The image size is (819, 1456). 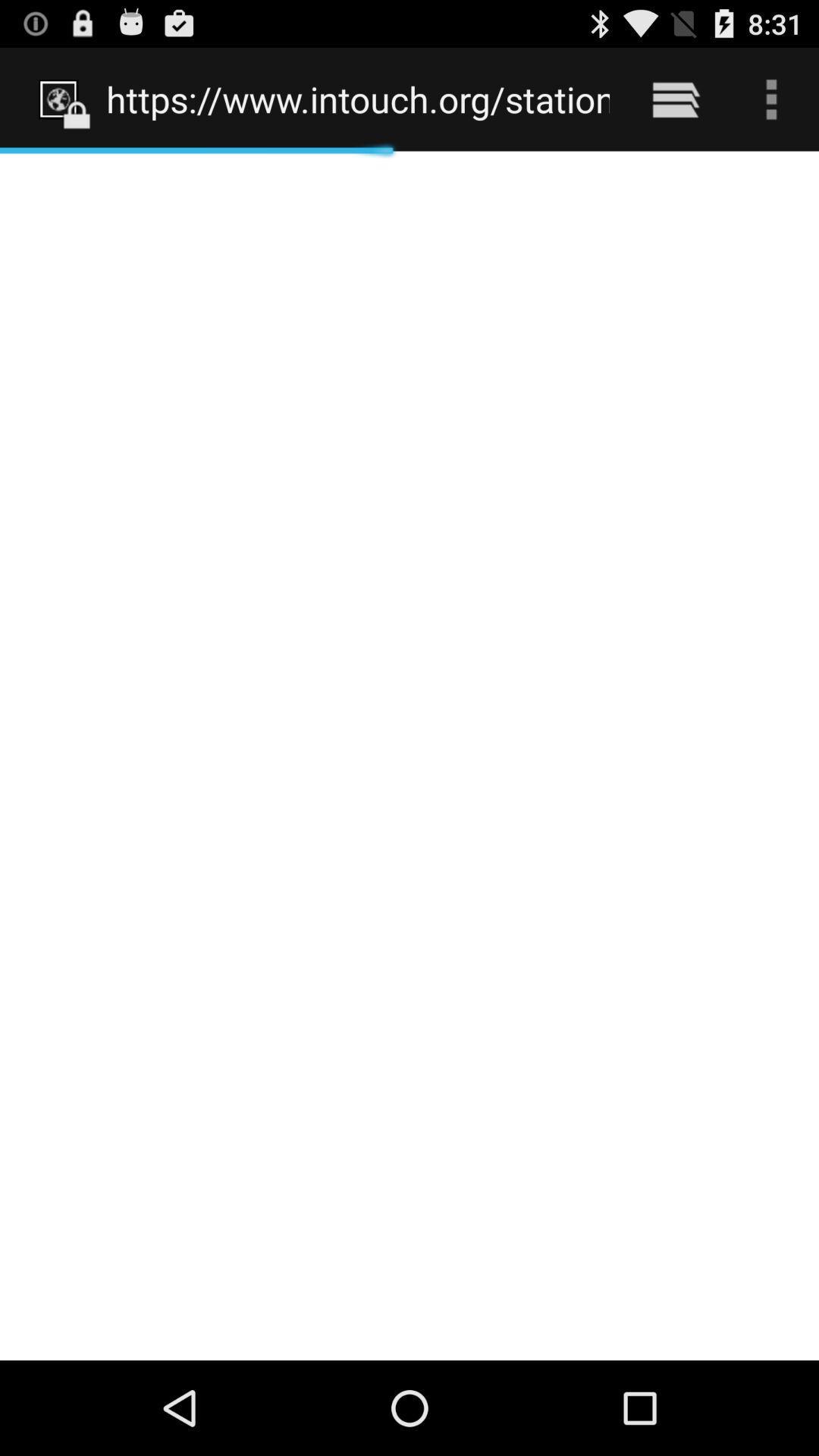 What do you see at coordinates (675, 99) in the screenshot?
I see `the item to the right of https www intouch icon` at bounding box center [675, 99].